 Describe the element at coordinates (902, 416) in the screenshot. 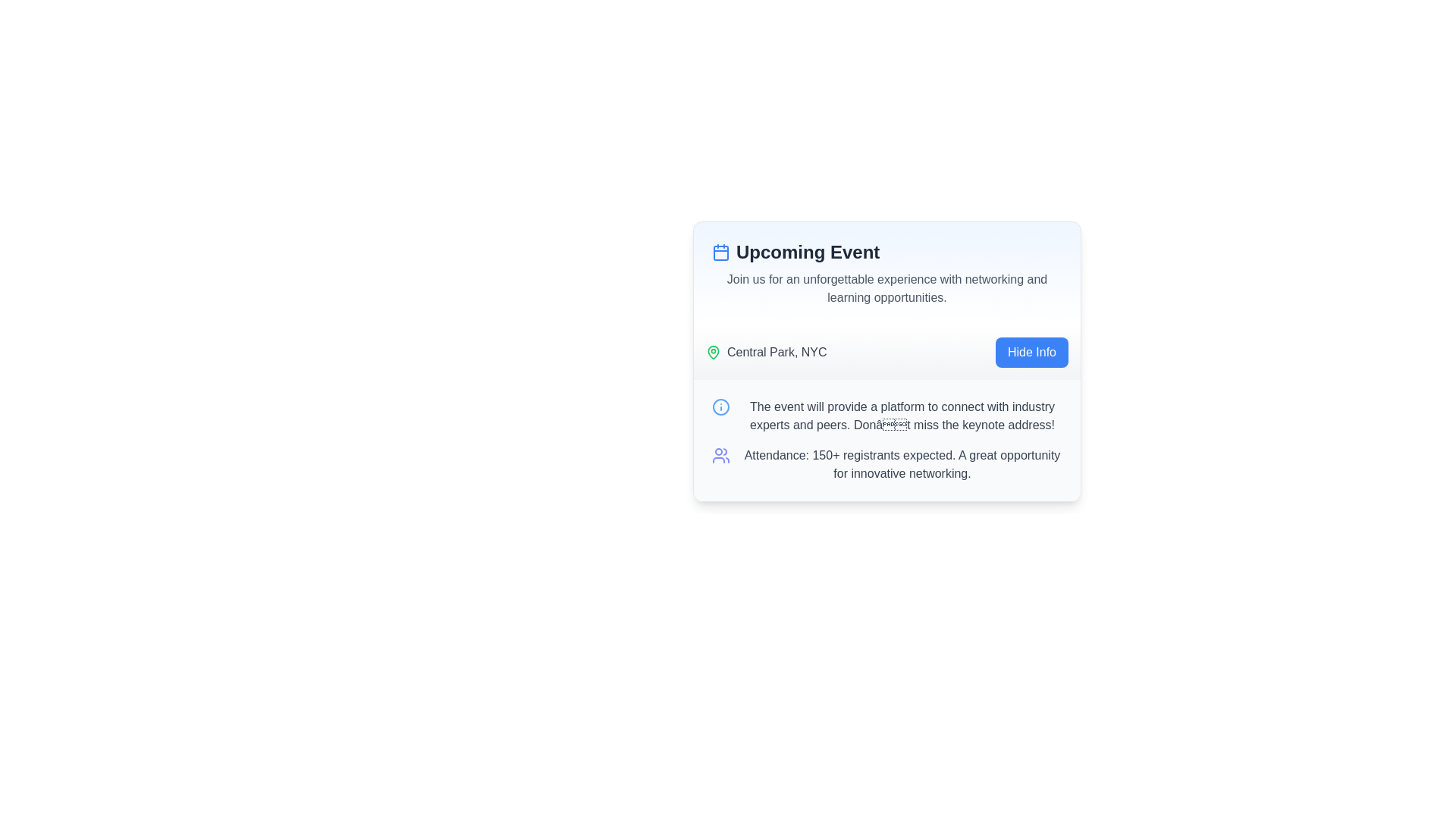

I see `text block that contains the message 'The event will provide a platform to connect with industry experts and peers. Don’t miss the keynote address!' which is styled in gray and positioned beneath the blue info icon` at that location.